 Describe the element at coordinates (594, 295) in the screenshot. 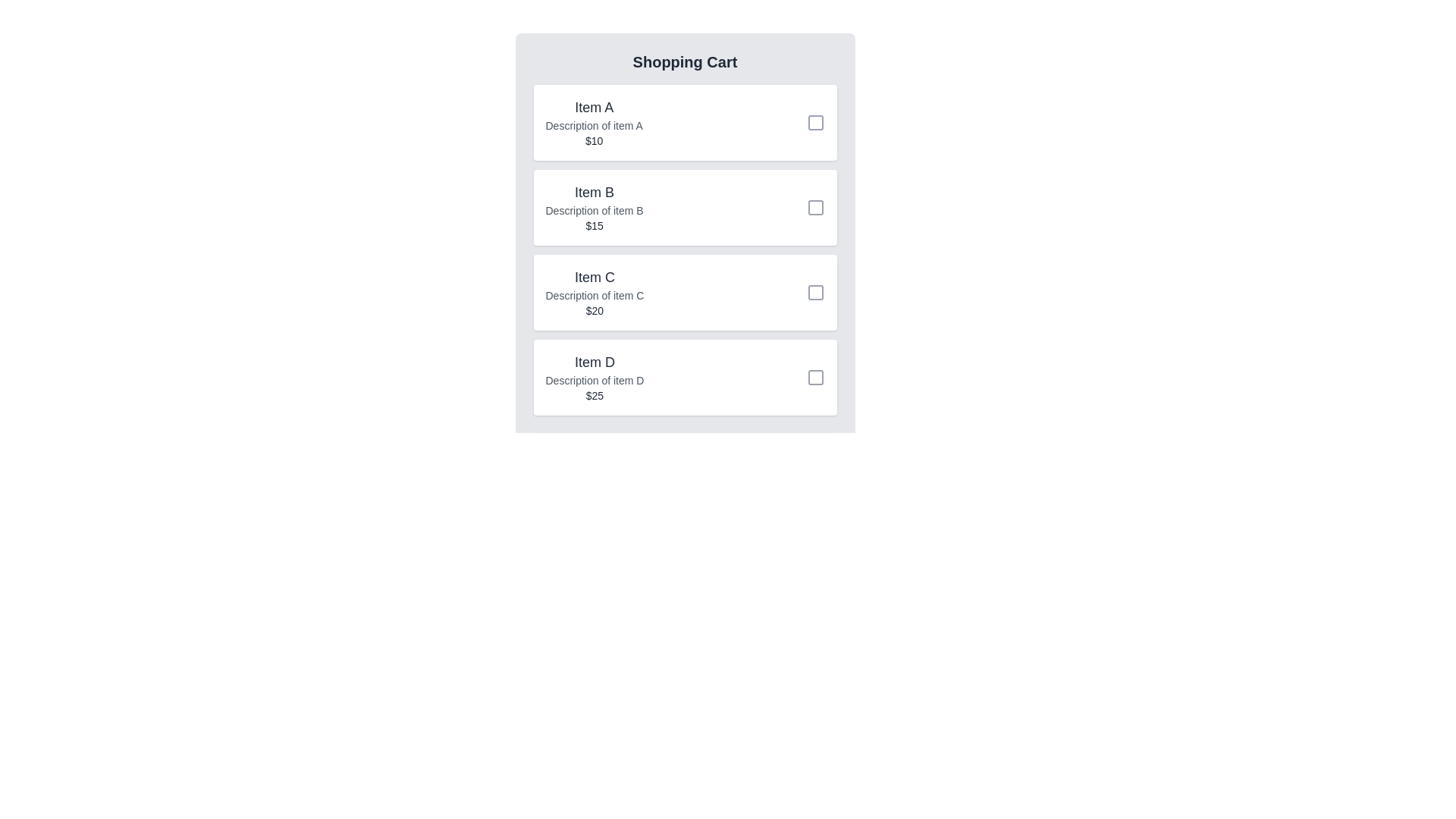

I see `the descriptive text element reading 'Description of item C', which is styled in a small font size and light gray color, located in the third card of the 'Shopping Cart' list, positioned between the title 'Item C' and the price '$20'` at that location.